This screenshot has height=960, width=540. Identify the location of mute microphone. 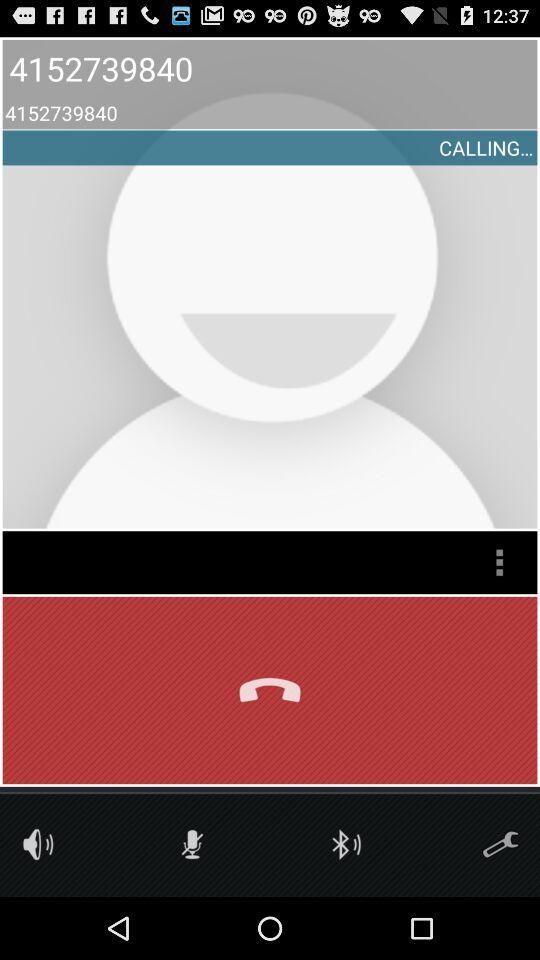
(192, 843).